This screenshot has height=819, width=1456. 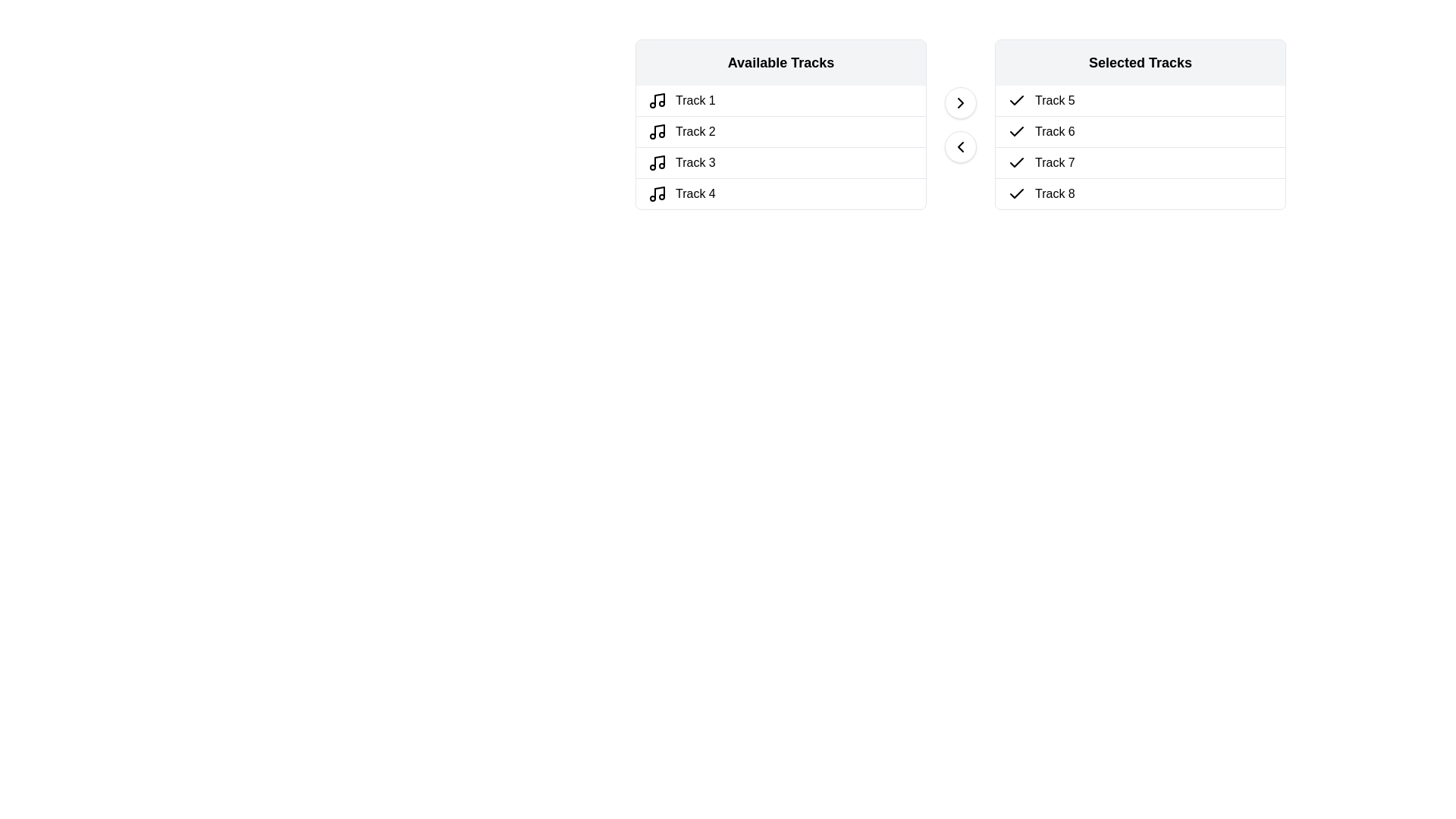 What do you see at coordinates (1016, 130) in the screenshot?
I see `the state of the checkmark icon with a black outline next to 'Track 6' in the 'Selected Tracks' section` at bounding box center [1016, 130].